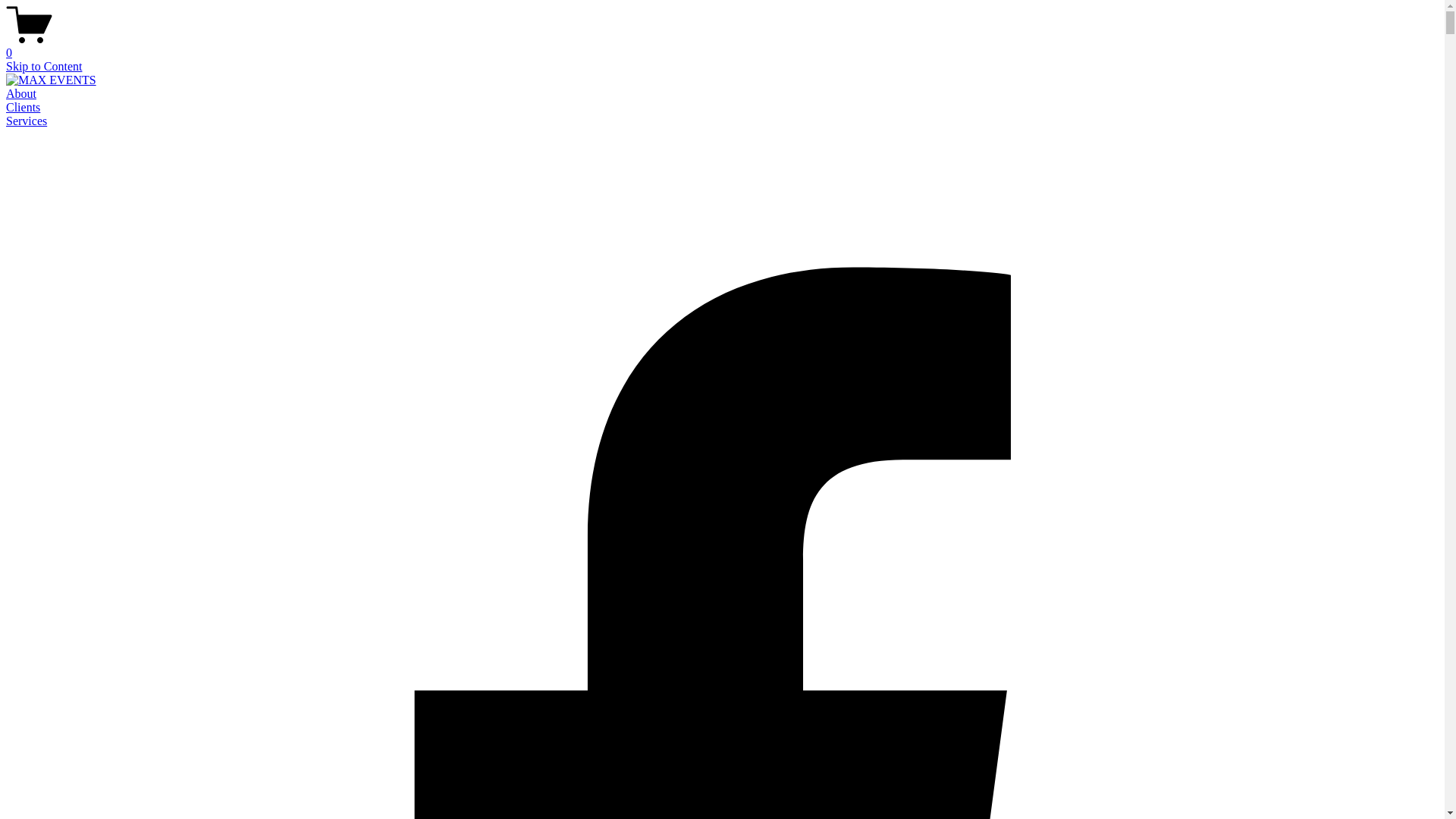 Image resolution: width=1456 pixels, height=819 pixels. Describe the element at coordinates (721, 45) in the screenshot. I see `'0'` at that location.